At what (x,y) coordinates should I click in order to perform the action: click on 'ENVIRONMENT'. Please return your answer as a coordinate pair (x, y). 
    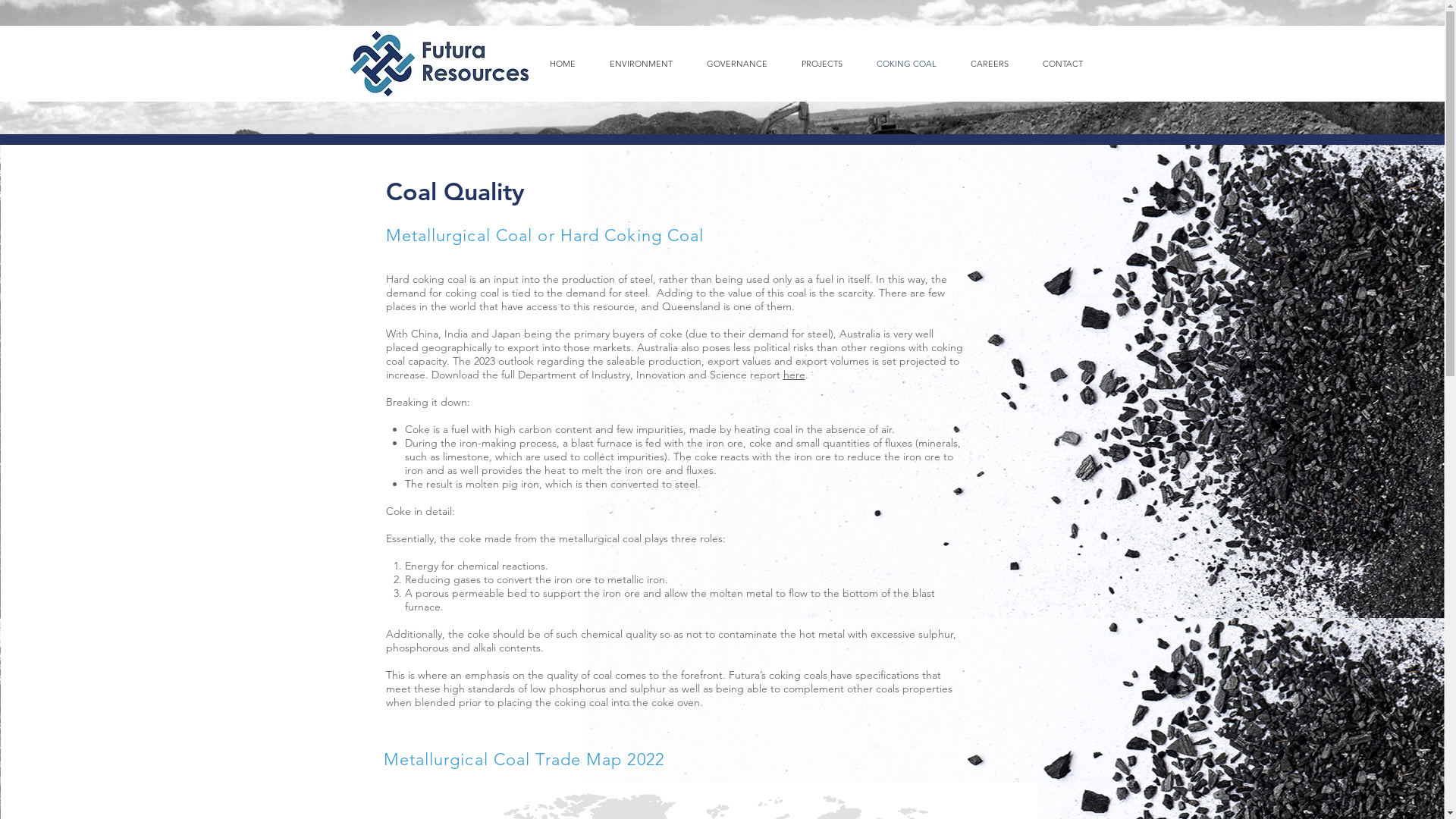
    Looking at the image, I should click on (641, 63).